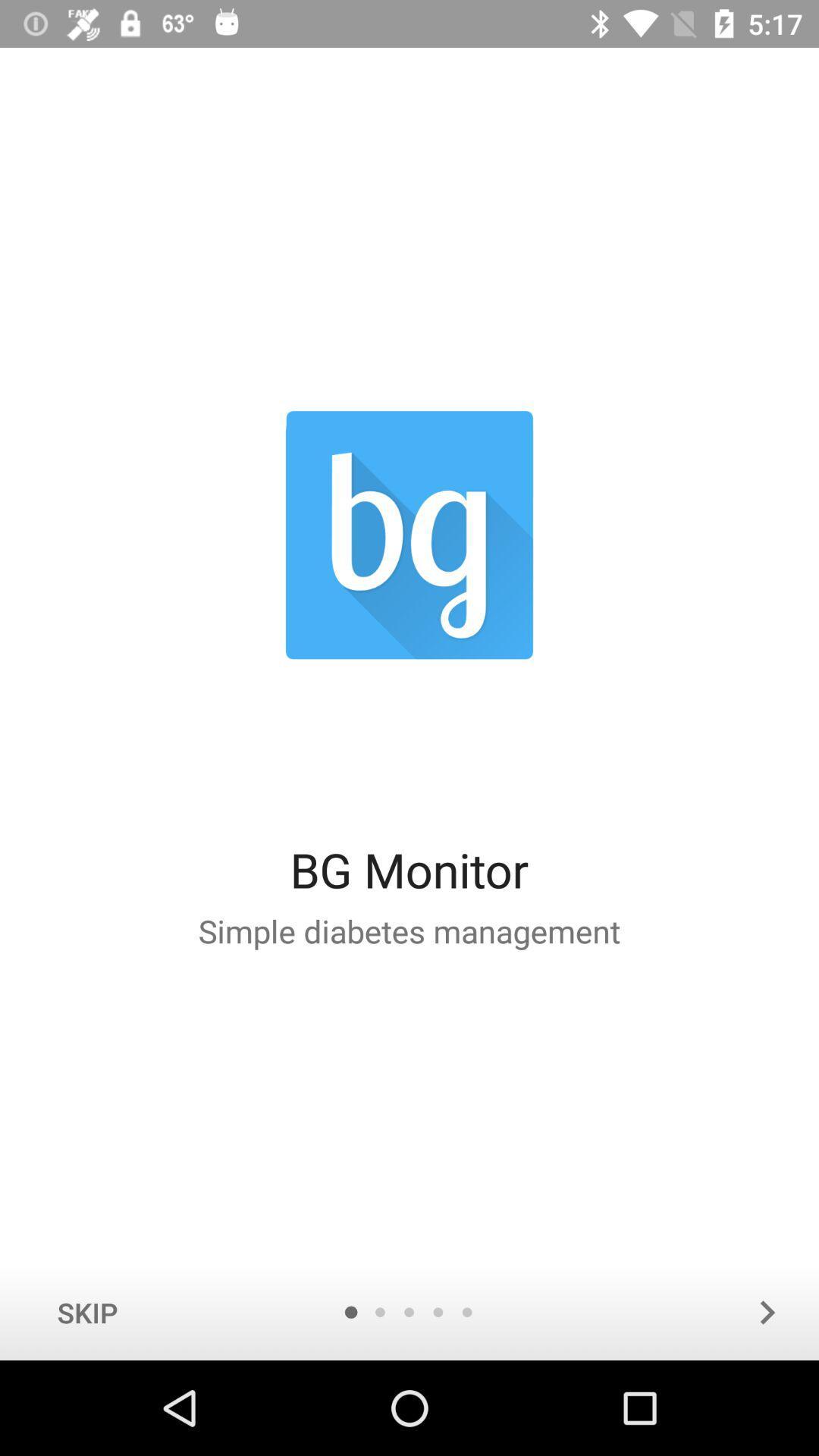  Describe the element at coordinates (767, 1312) in the screenshot. I see `the arrow_forward icon` at that location.